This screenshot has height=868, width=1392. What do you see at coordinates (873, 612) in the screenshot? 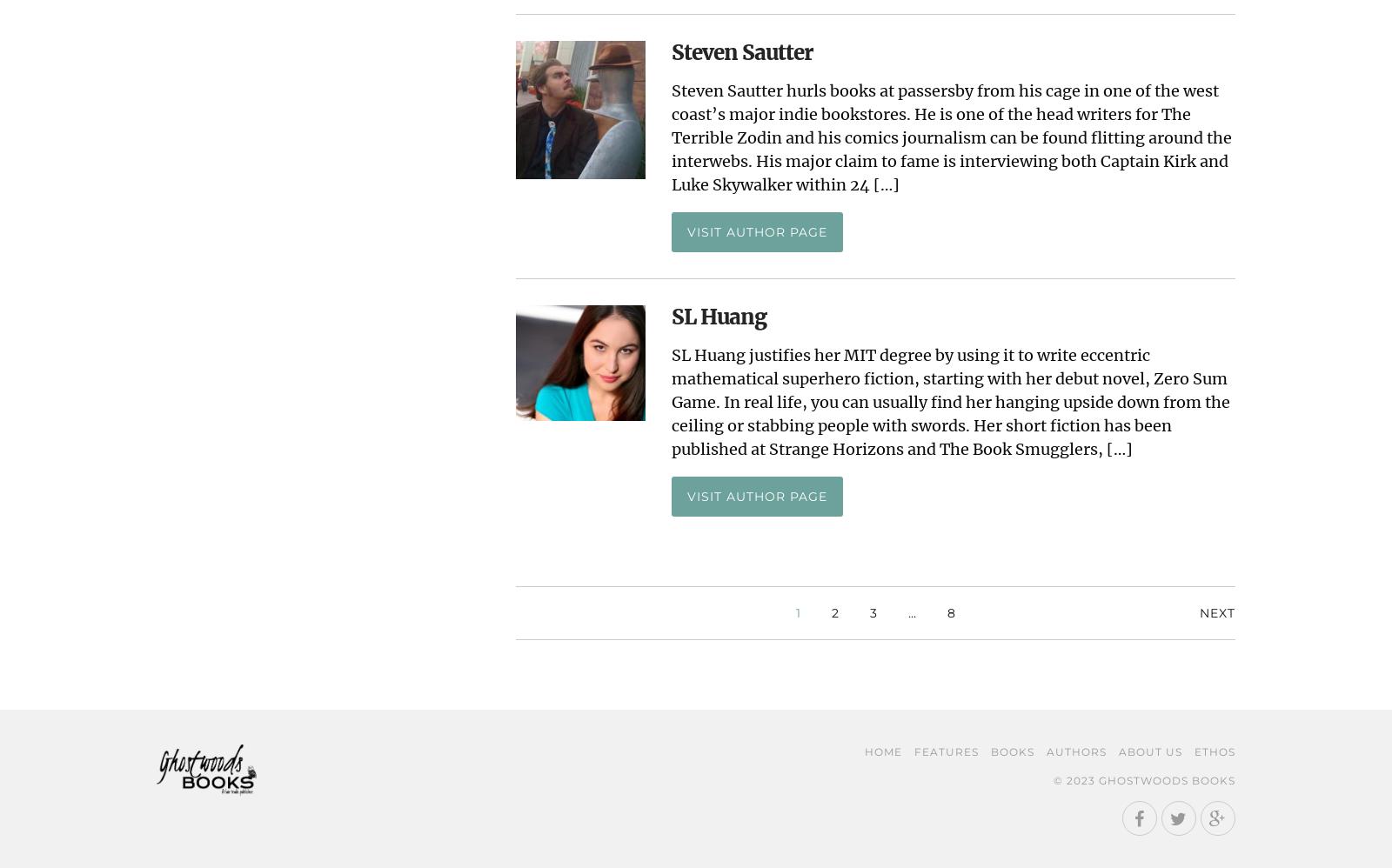
I see `'3'` at bounding box center [873, 612].